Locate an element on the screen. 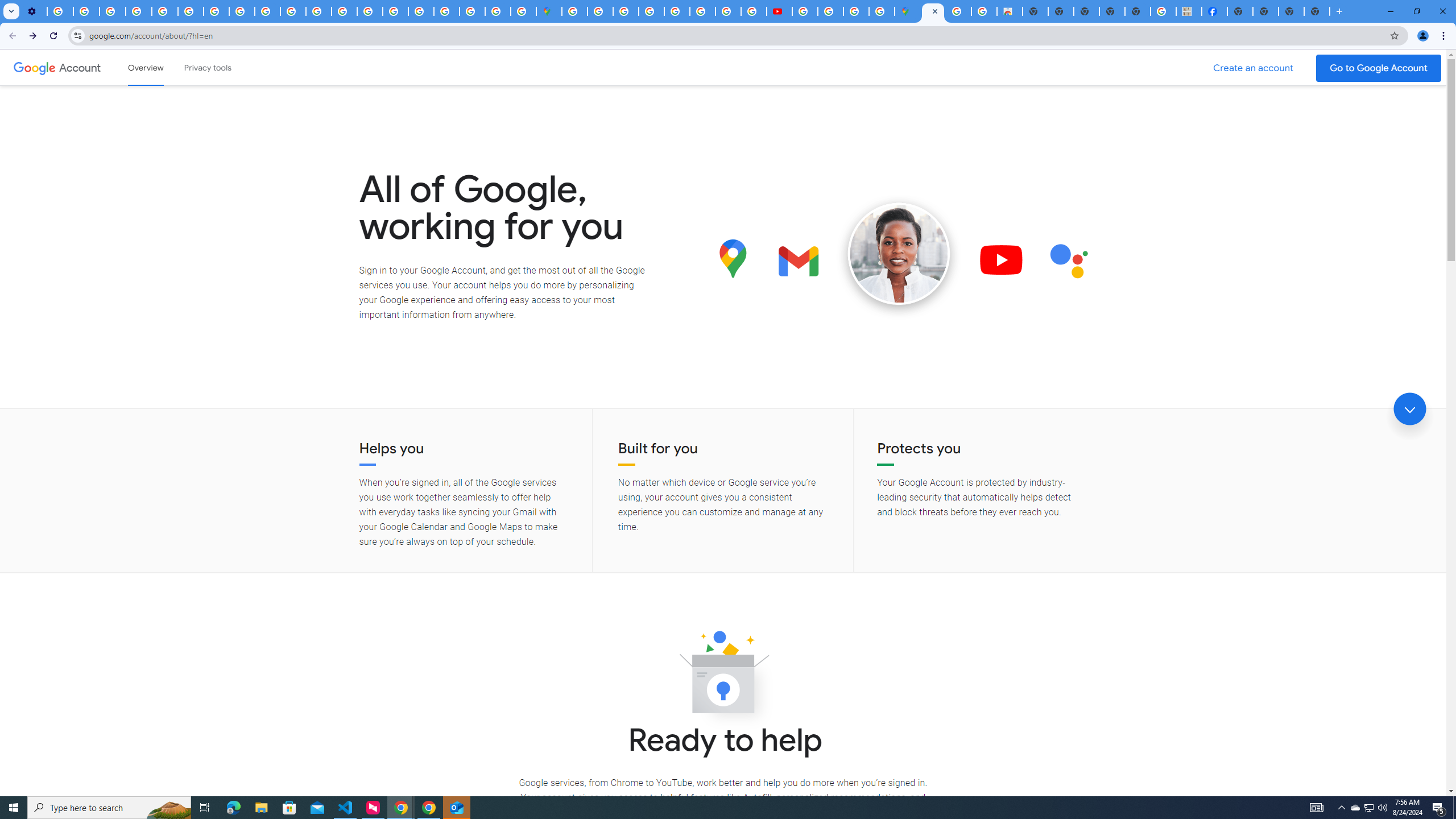 The height and width of the screenshot is (819, 1456). 'New Tab' is located at coordinates (1317, 11).